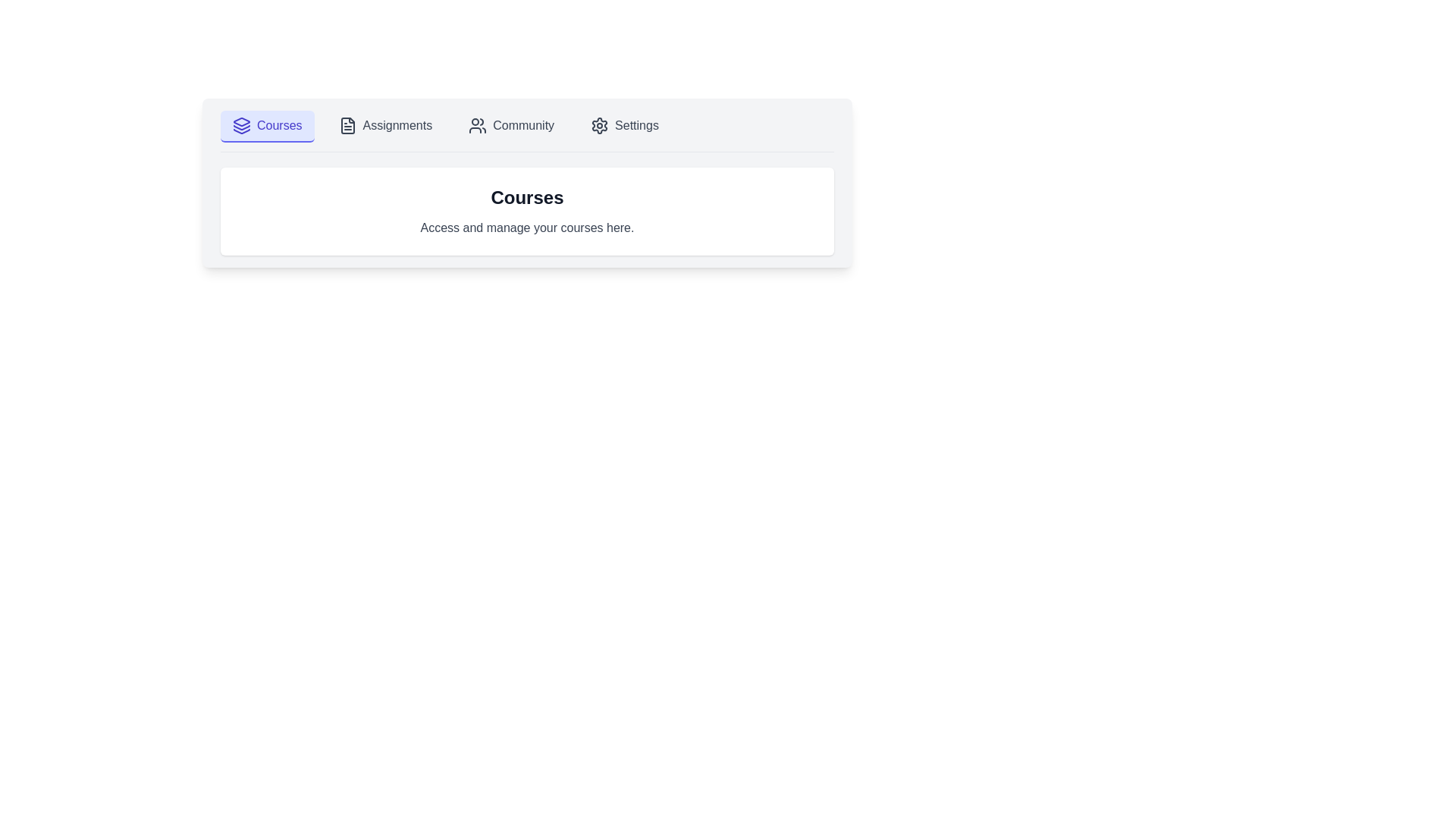 The width and height of the screenshot is (1456, 819). What do you see at coordinates (511, 125) in the screenshot?
I see `the 'Community' button in the navigation bar` at bounding box center [511, 125].